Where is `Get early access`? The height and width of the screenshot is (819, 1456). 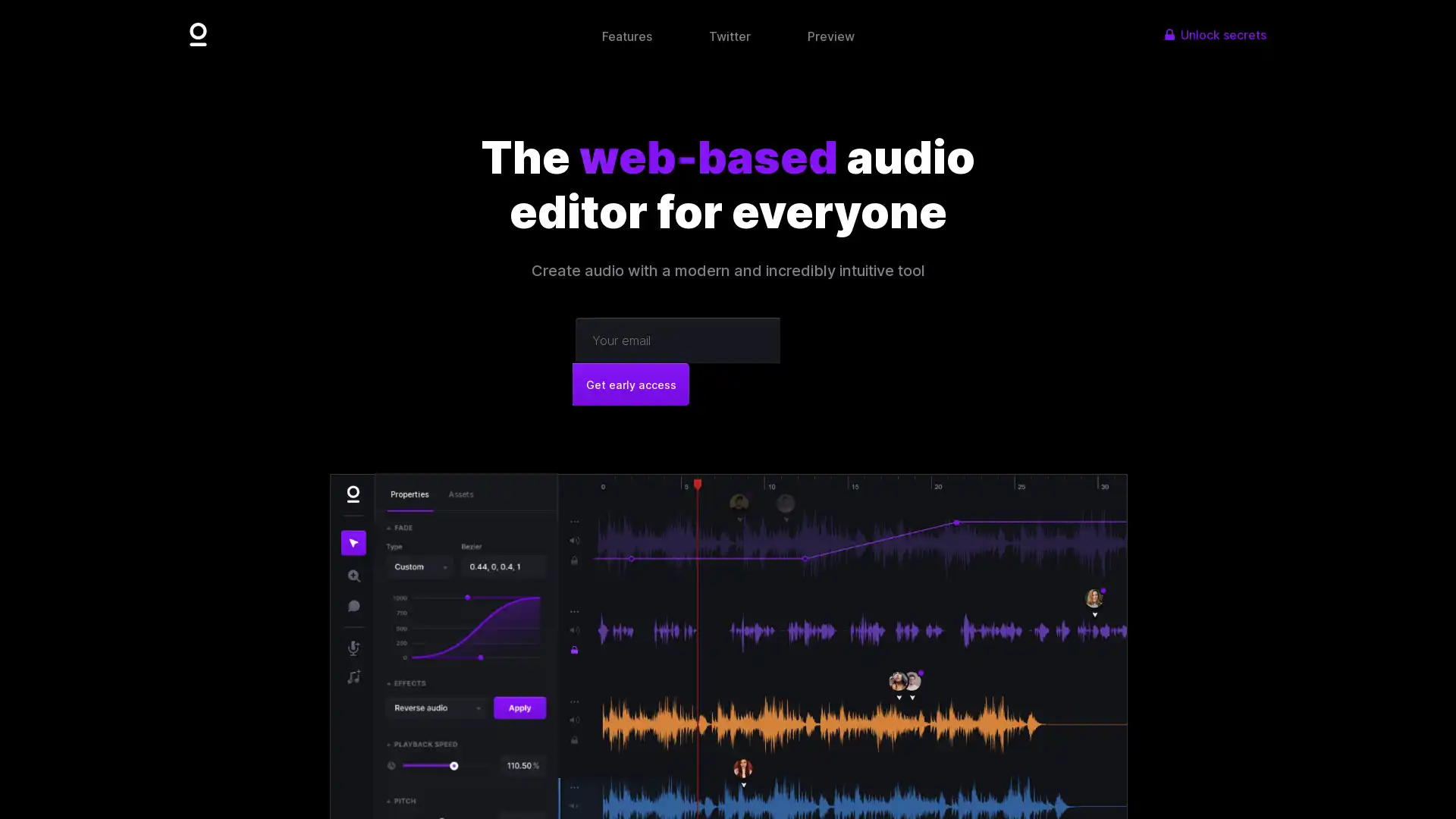
Get early access is located at coordinates (829, 339).